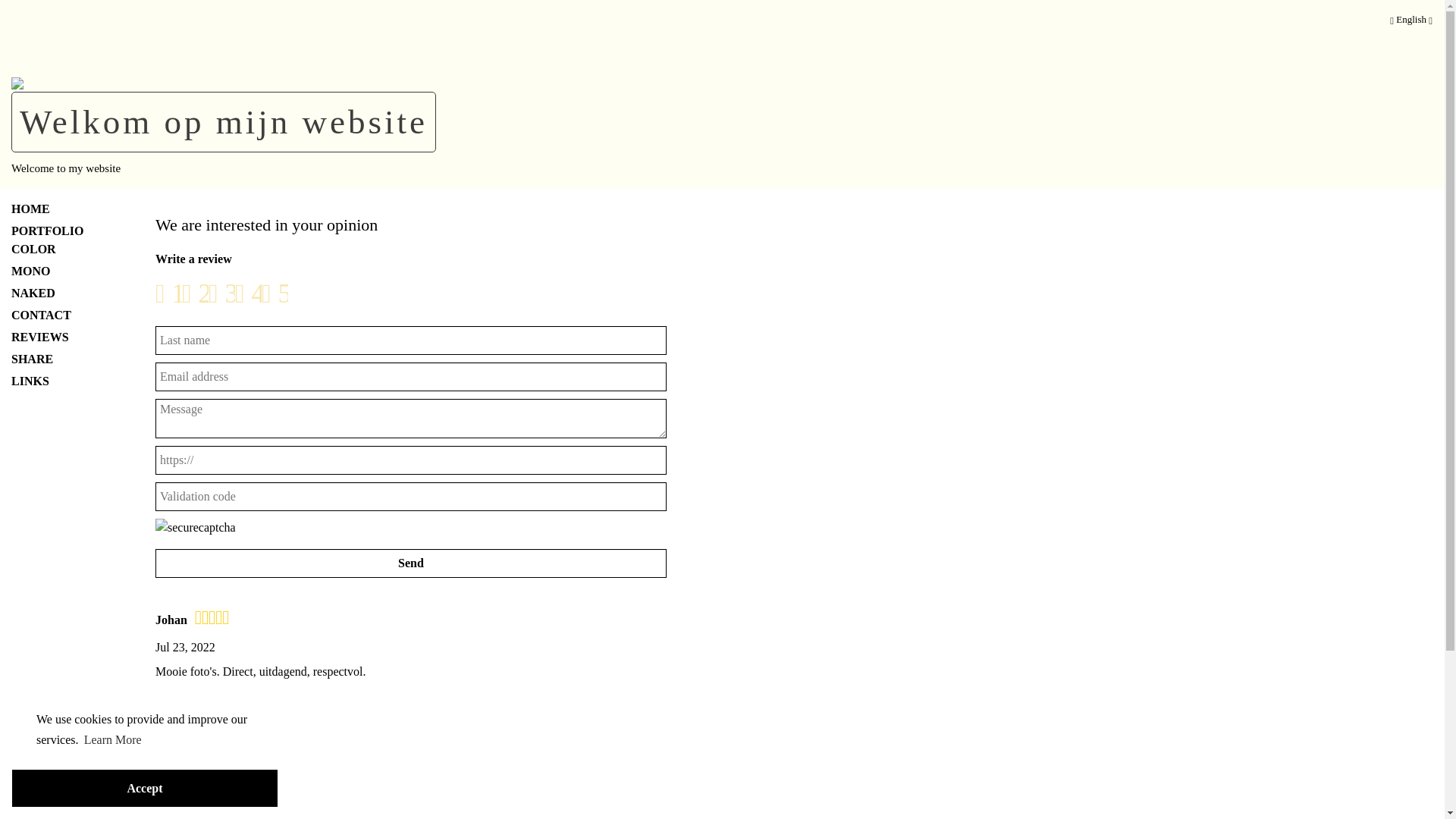 This screenshot has width=1456, height=819. What do you see at coordinates (145, 787) in the screenshot?
I see `'Accept'` at bounding box center [145, 787].